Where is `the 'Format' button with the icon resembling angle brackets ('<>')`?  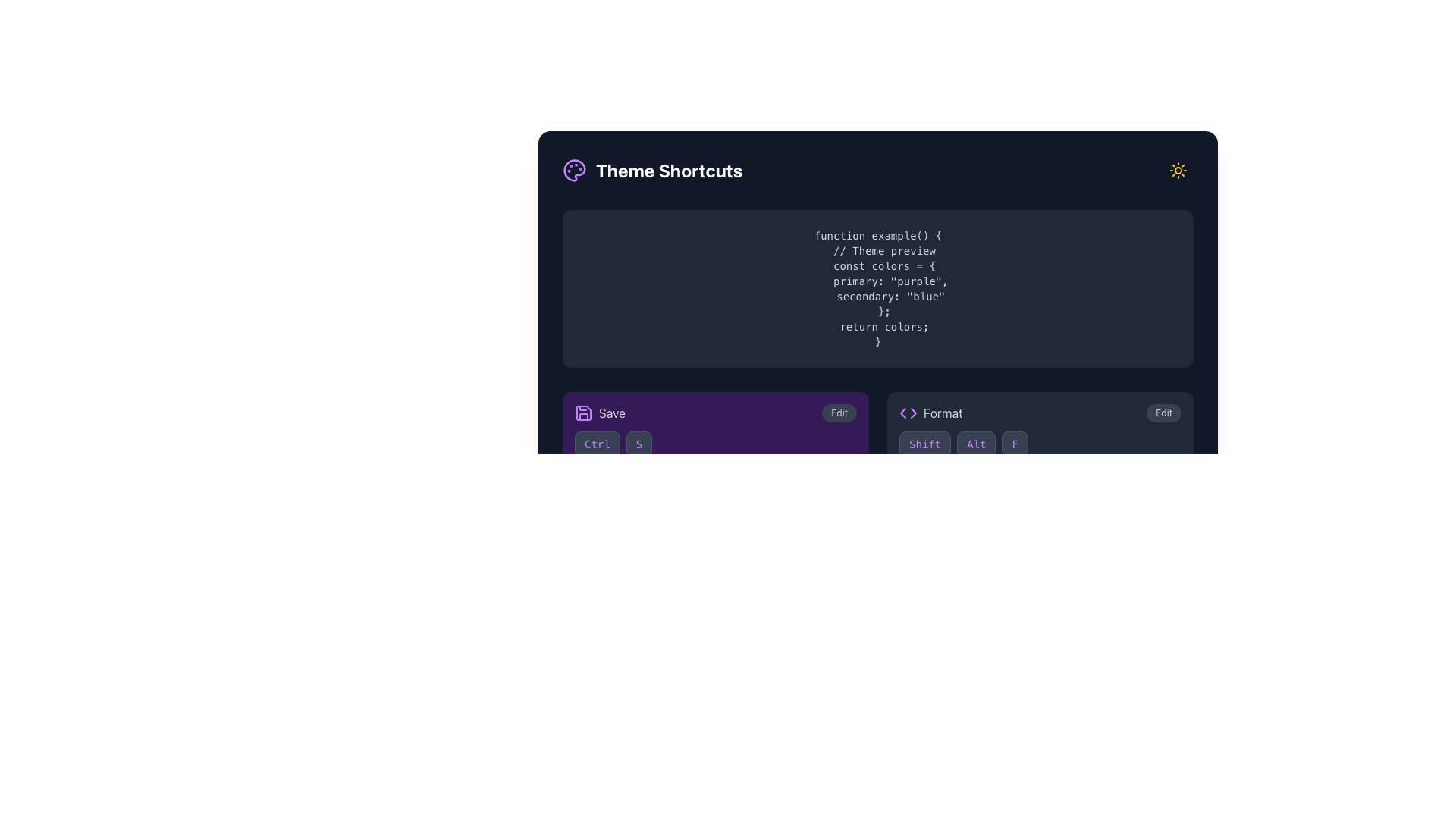
the 'Format' button with the icon resembling angle brackets ('<>') is located at coordinates (930, 413).